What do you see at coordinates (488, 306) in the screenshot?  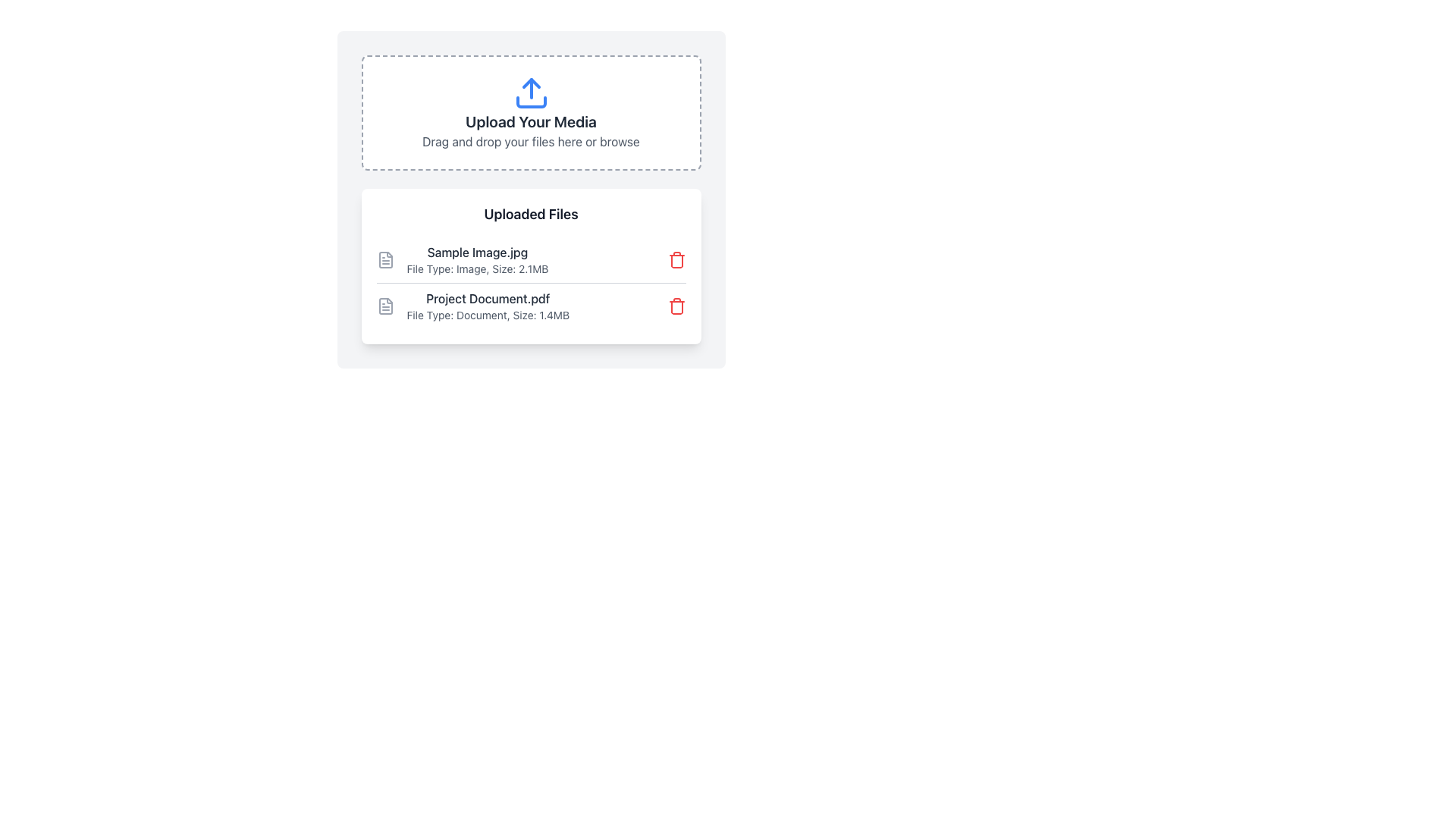 I see `the label displaying file information, specifically the text 'Project Document.pdf' and 'File Type: Document, Size: 1.4MB', located under the 'Uploaded Files' section` at bounding box center [488, 306].